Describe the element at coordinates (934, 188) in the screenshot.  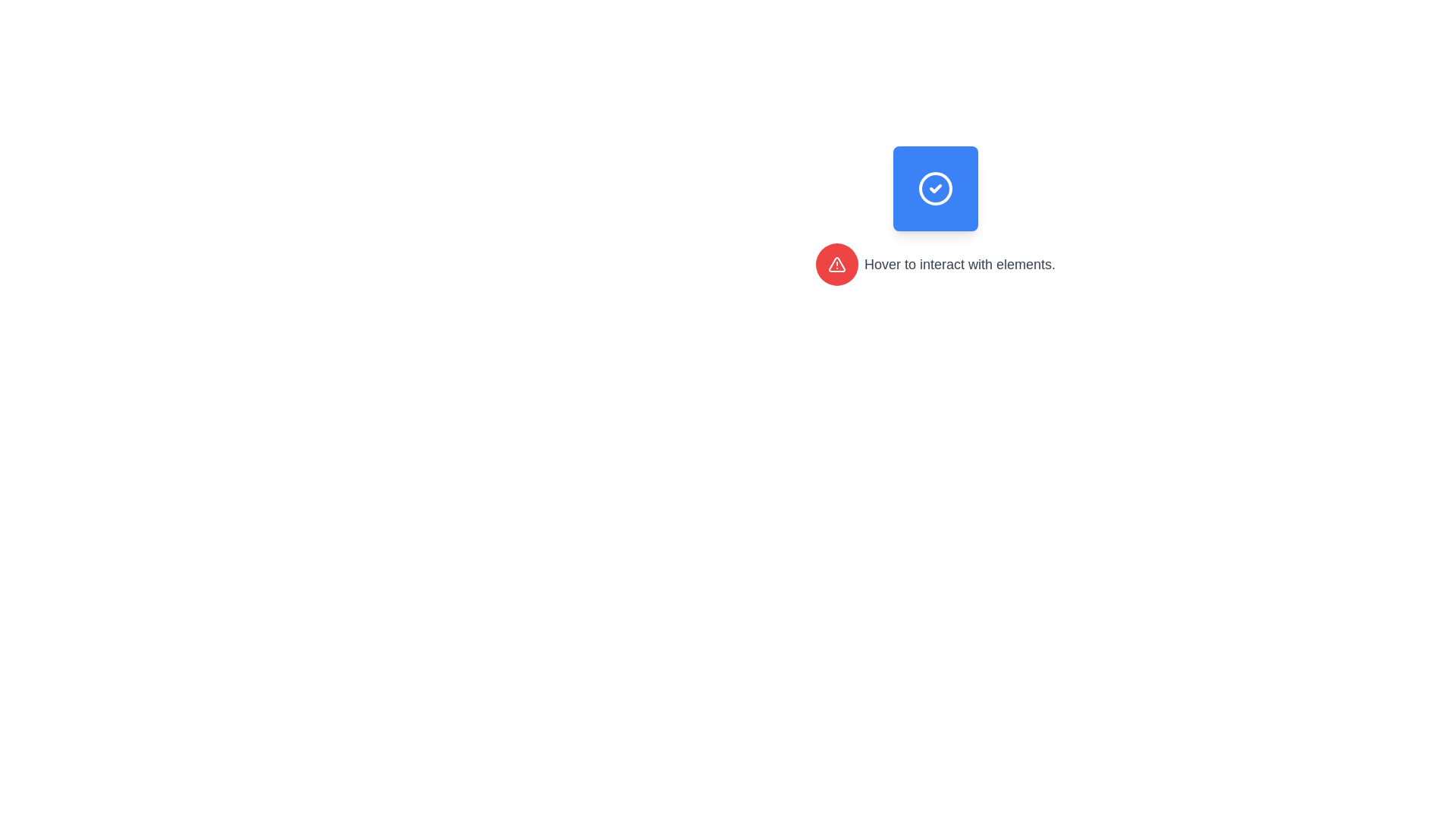
I see `the circular visual element that is white with a blue outline, located centrally within a blue square icon in the top-right quadrant of the interface` at that location.